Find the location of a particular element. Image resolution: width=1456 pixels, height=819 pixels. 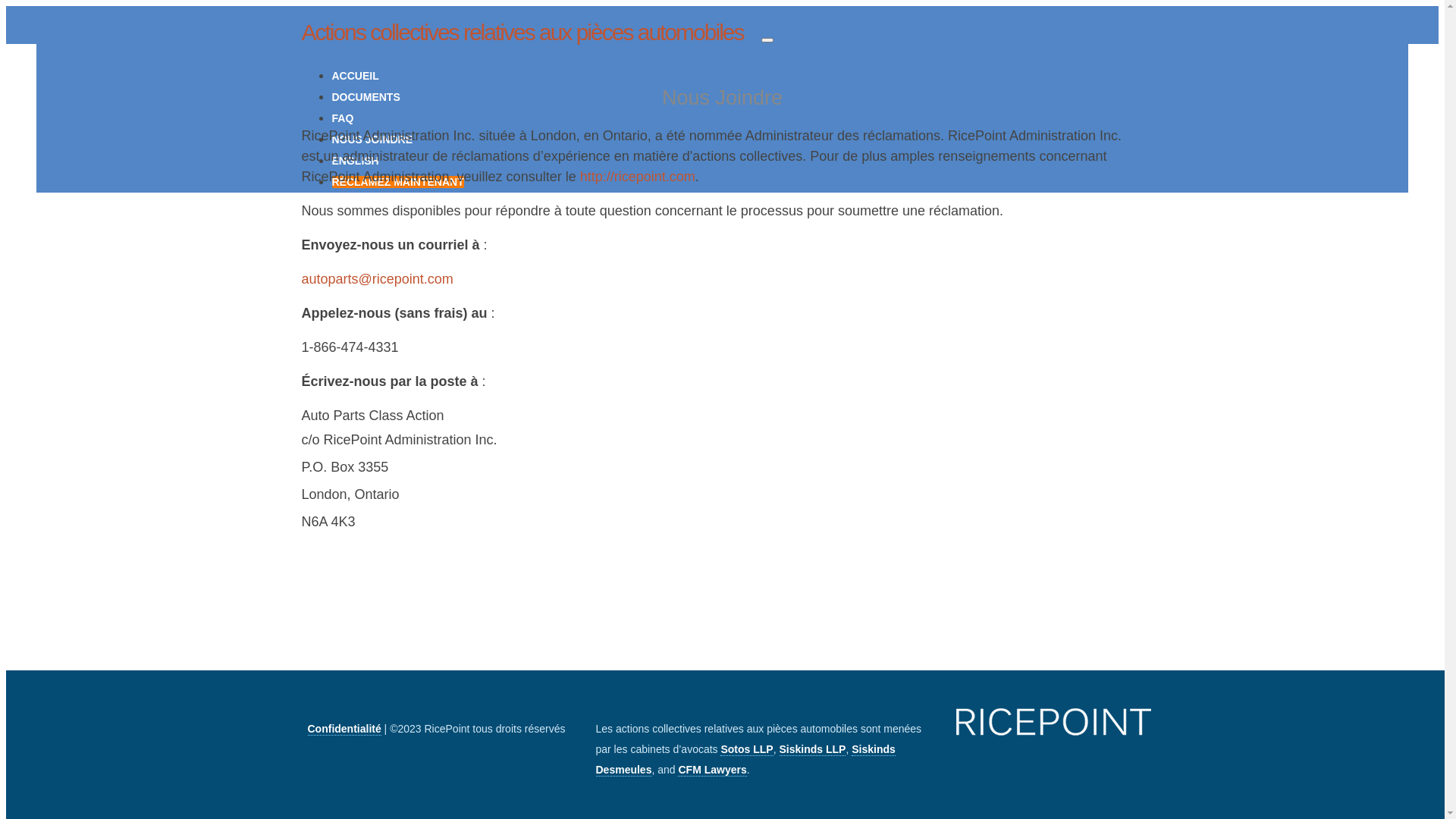

'http://ricepoint.com' is located at coordinates (637, 175).